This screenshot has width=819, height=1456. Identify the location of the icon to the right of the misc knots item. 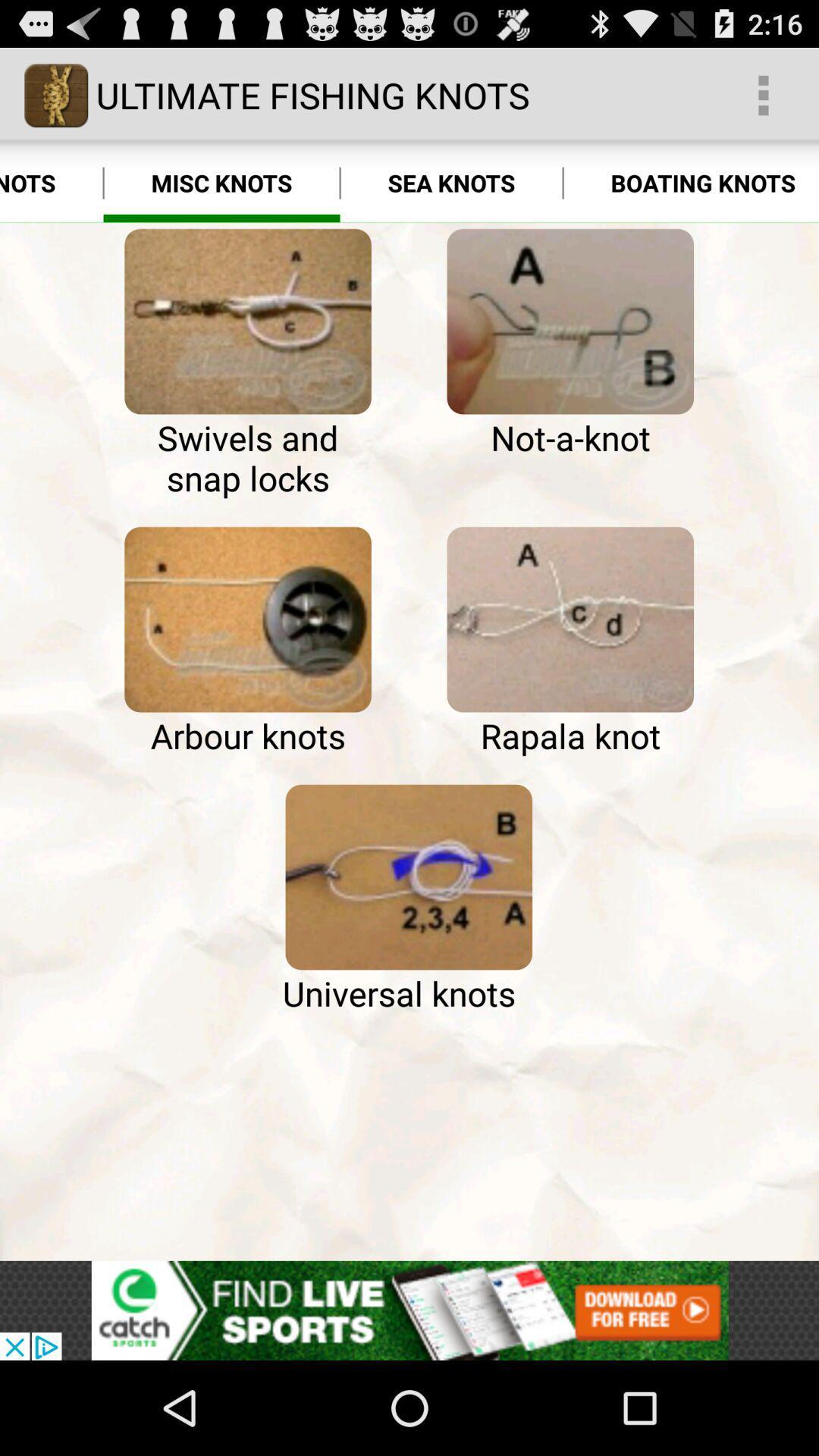
(450, 182).